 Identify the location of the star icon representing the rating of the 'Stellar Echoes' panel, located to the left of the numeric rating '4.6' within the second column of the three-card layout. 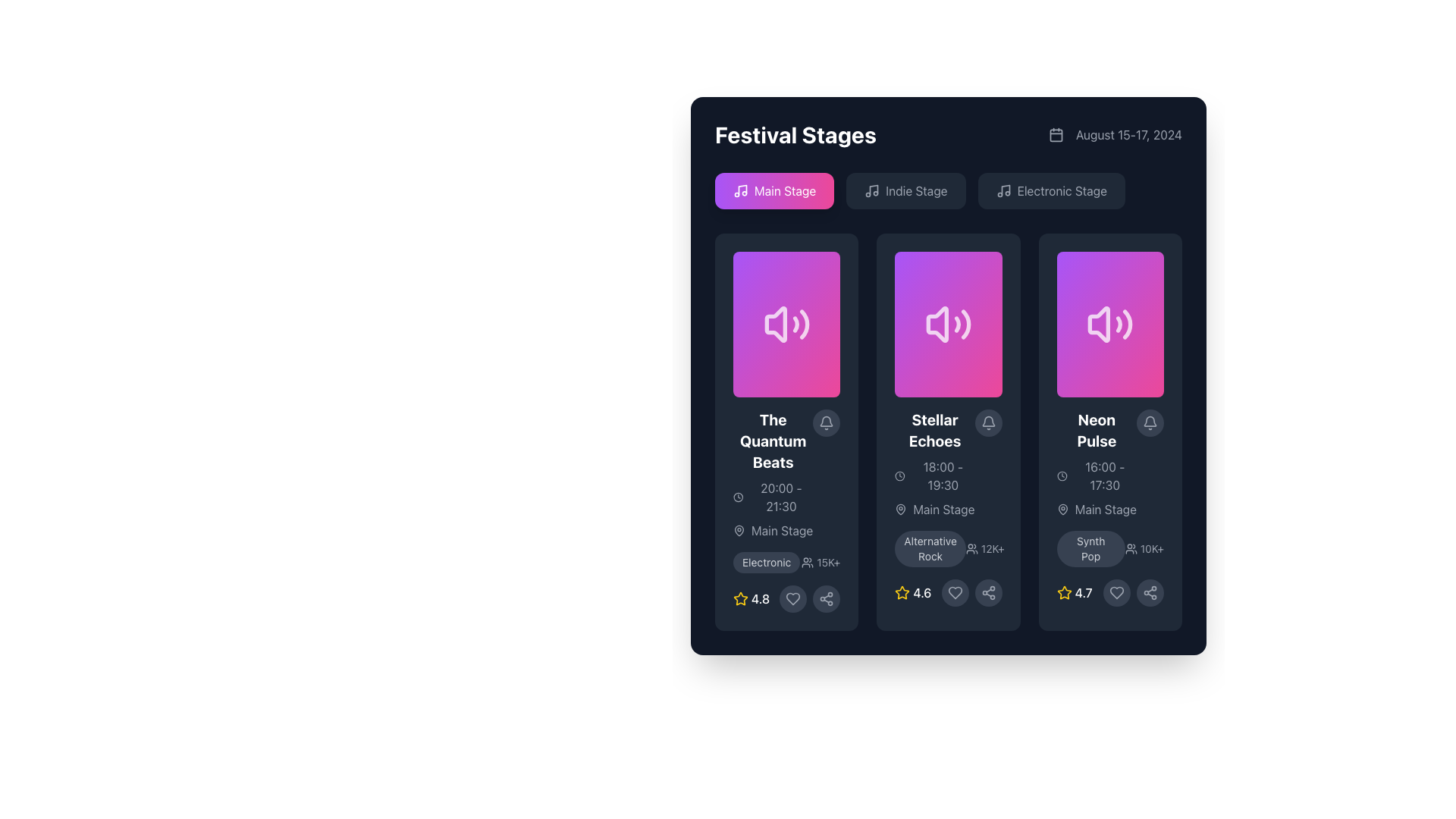
(902, 592).